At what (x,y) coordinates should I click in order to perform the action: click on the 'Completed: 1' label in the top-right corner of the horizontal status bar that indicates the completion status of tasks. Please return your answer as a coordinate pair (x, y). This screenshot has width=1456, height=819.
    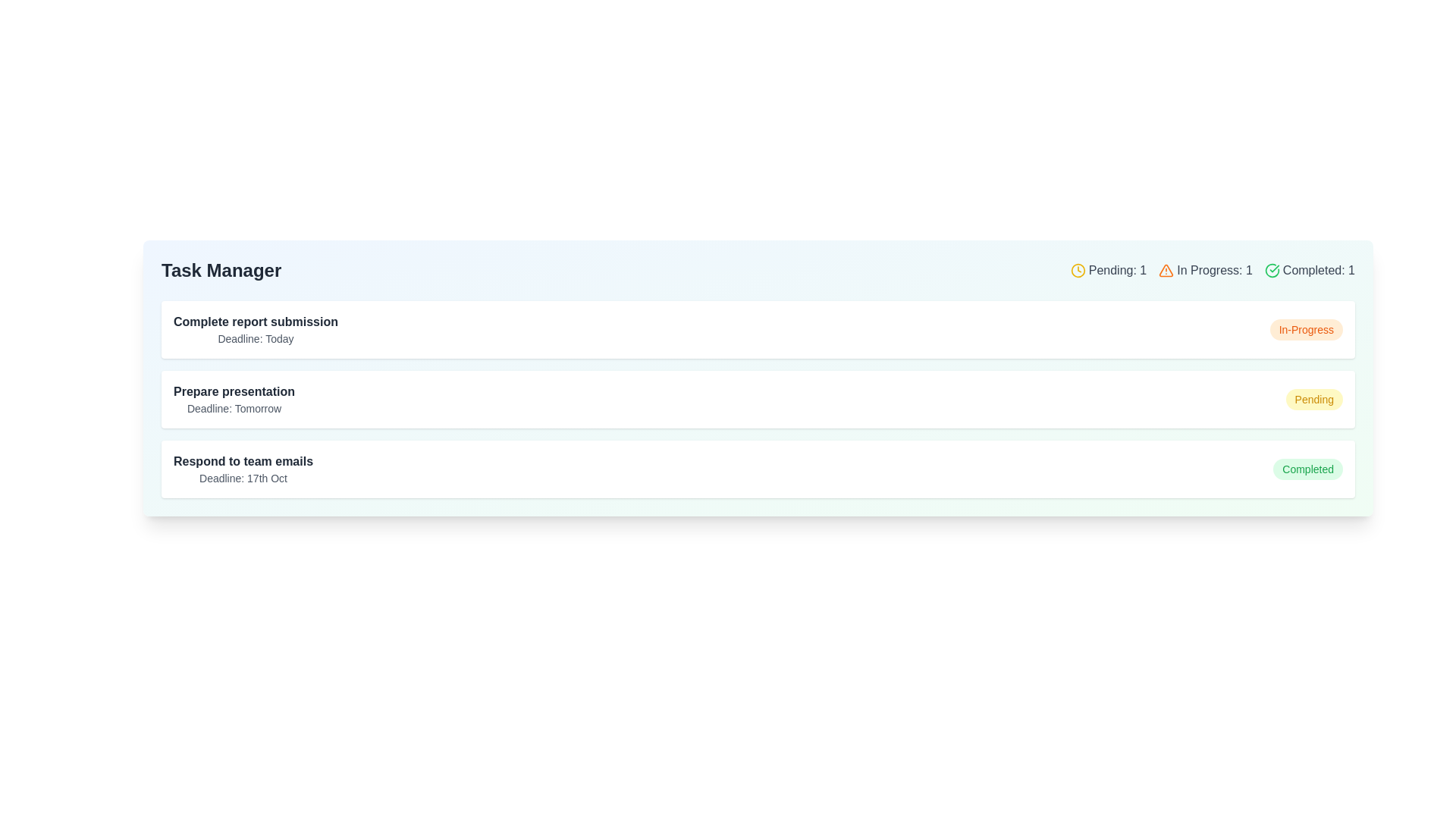
    Looking at the image, I should click on (1309, 270).